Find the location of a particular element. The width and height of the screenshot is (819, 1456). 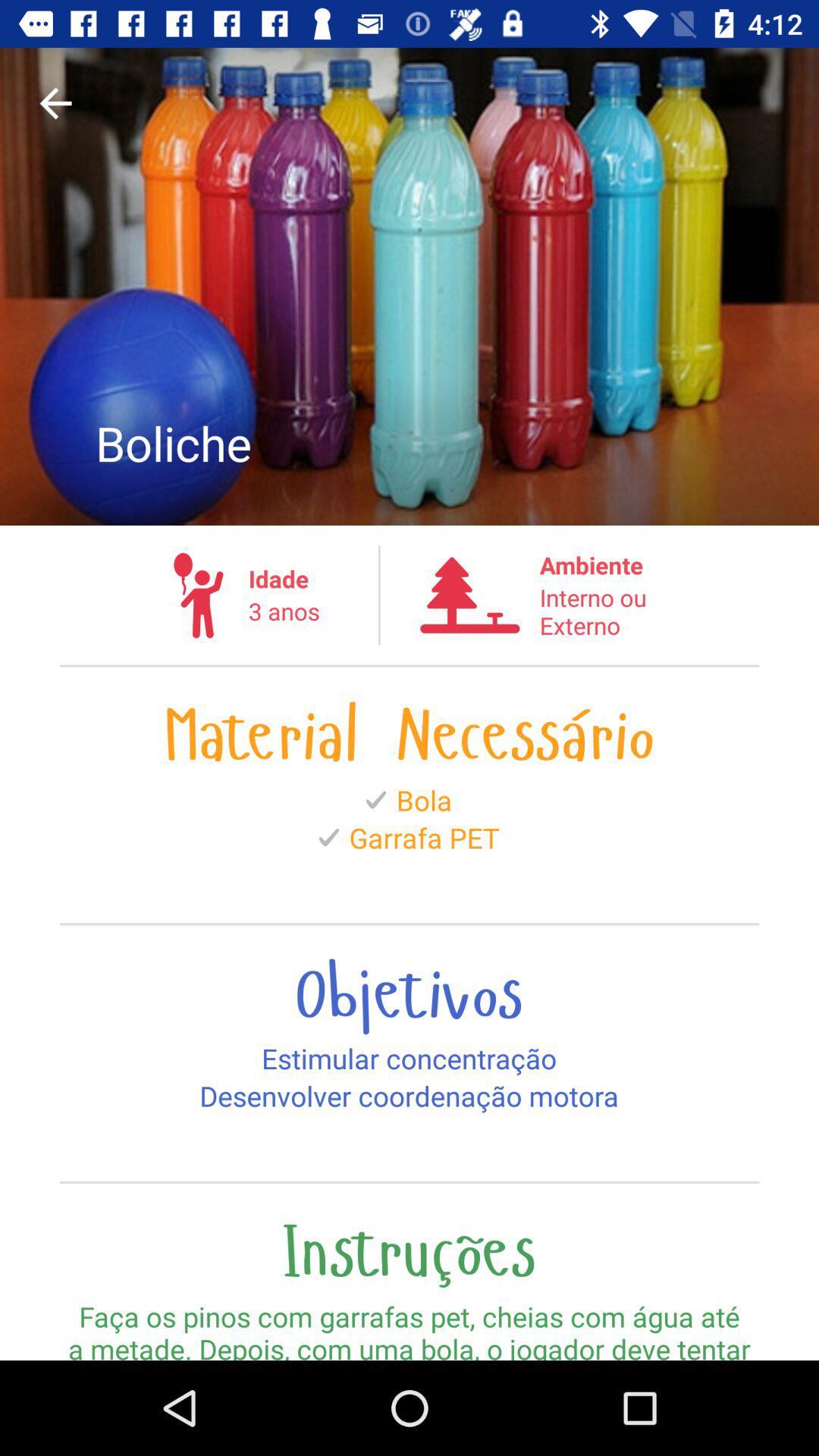

icon at the top left corner is located at coordinates (55, 102).